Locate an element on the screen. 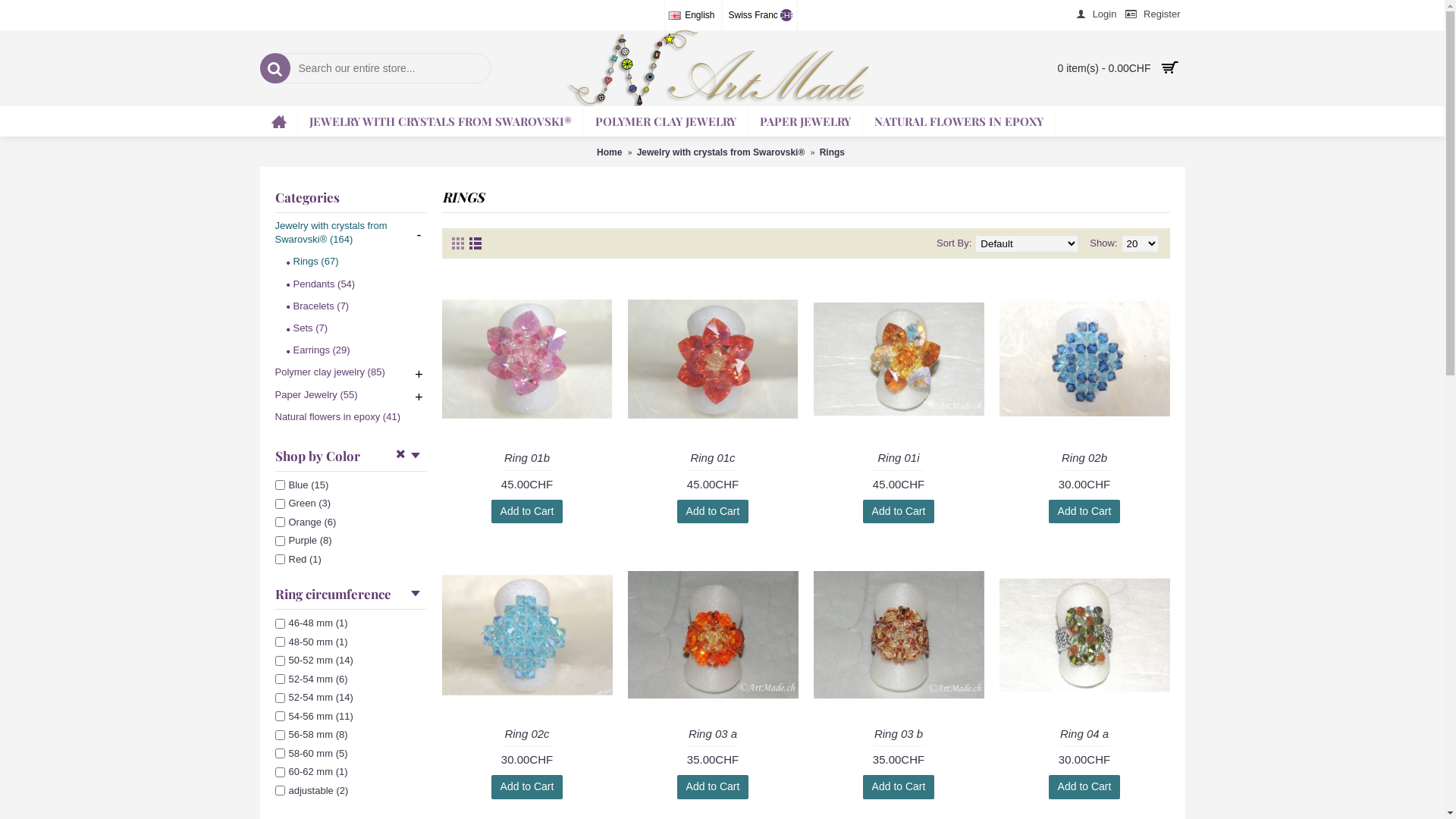  'Register' is located at coordinates (1153, 14).